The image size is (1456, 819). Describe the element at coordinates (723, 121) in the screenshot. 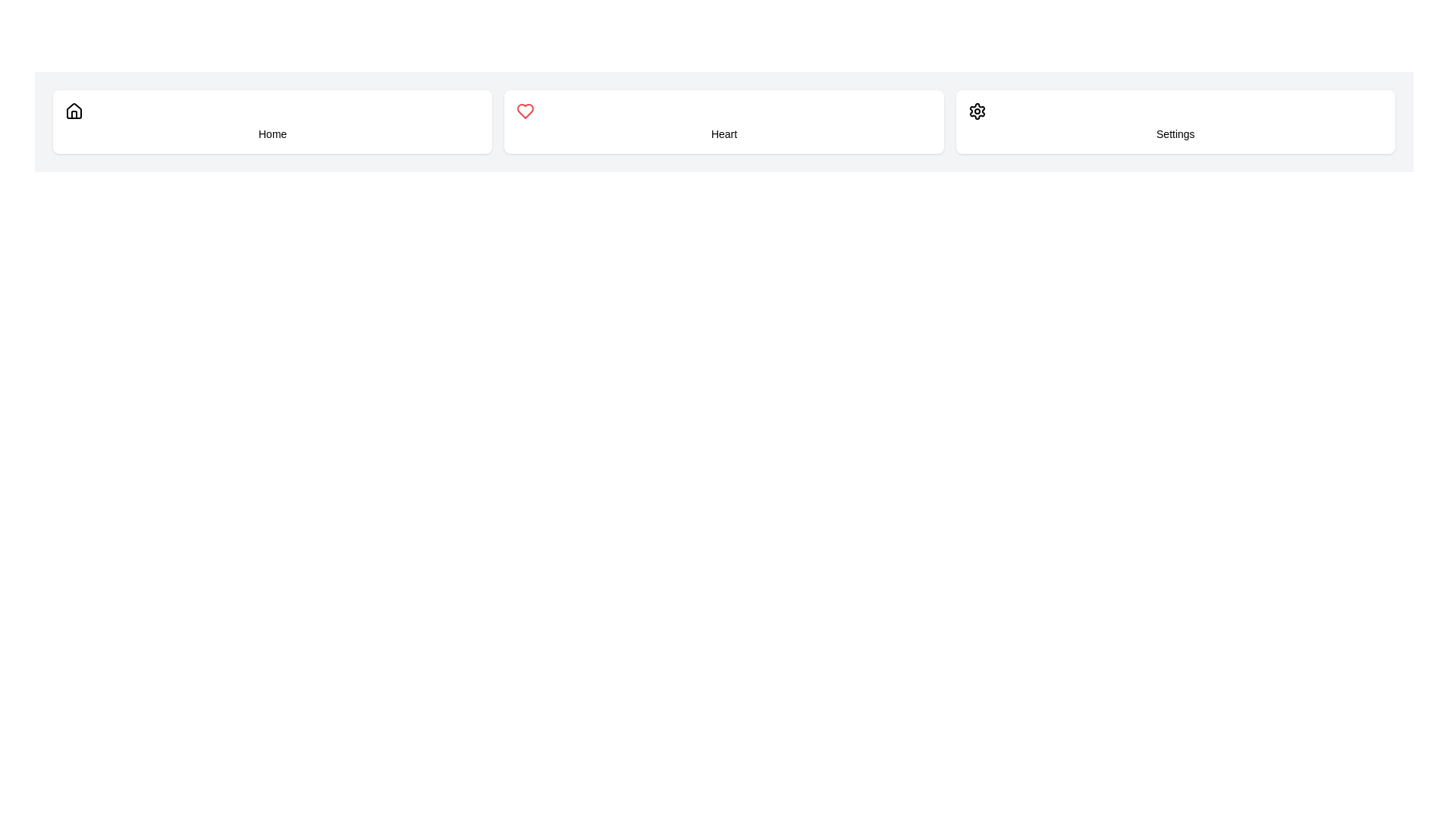

I see `the Heart button using keyboard navigation` at that location.